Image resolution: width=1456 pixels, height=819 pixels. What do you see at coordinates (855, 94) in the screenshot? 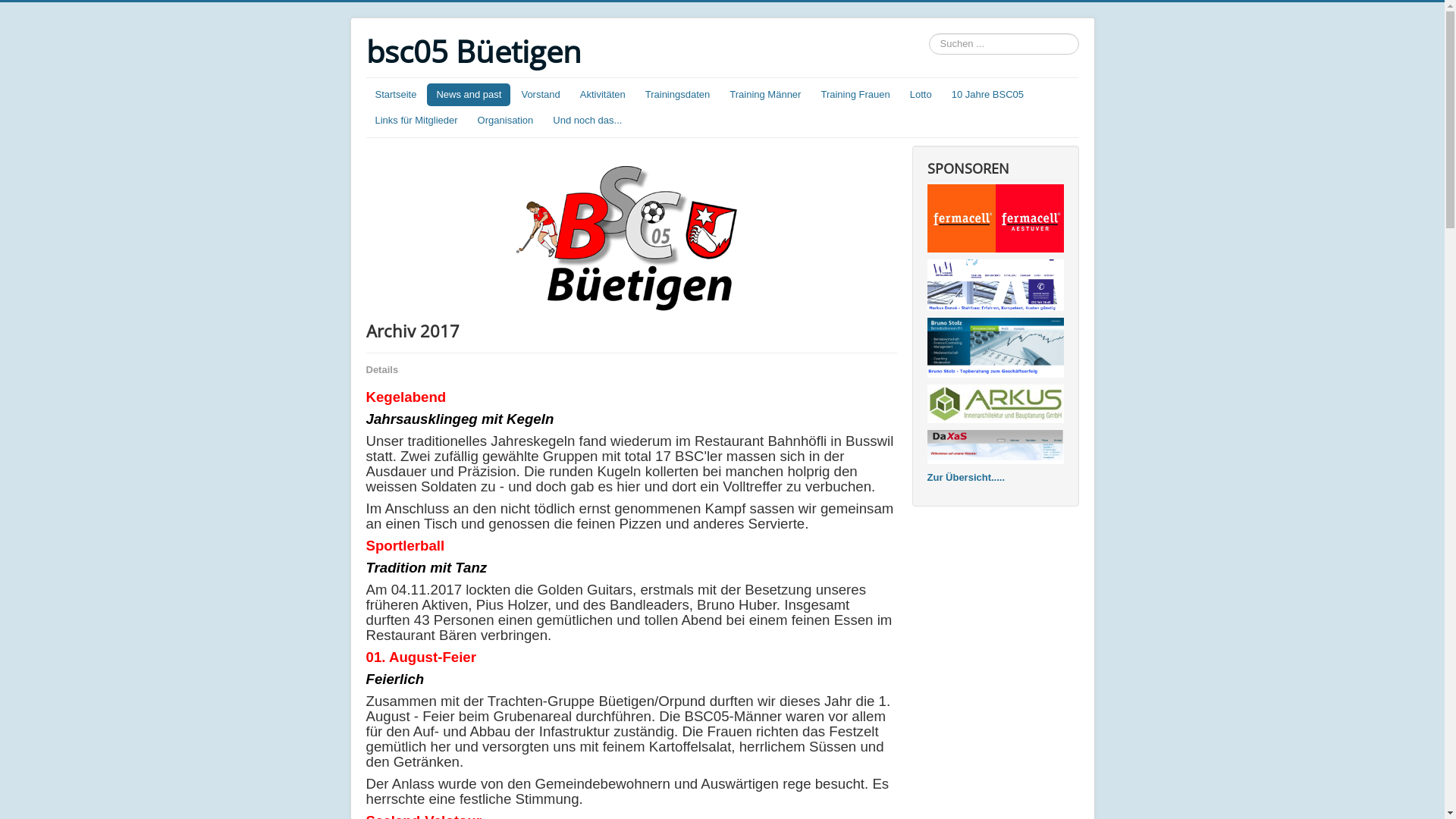
I see `'Training Frauen'` at bounding box center [855, 94].